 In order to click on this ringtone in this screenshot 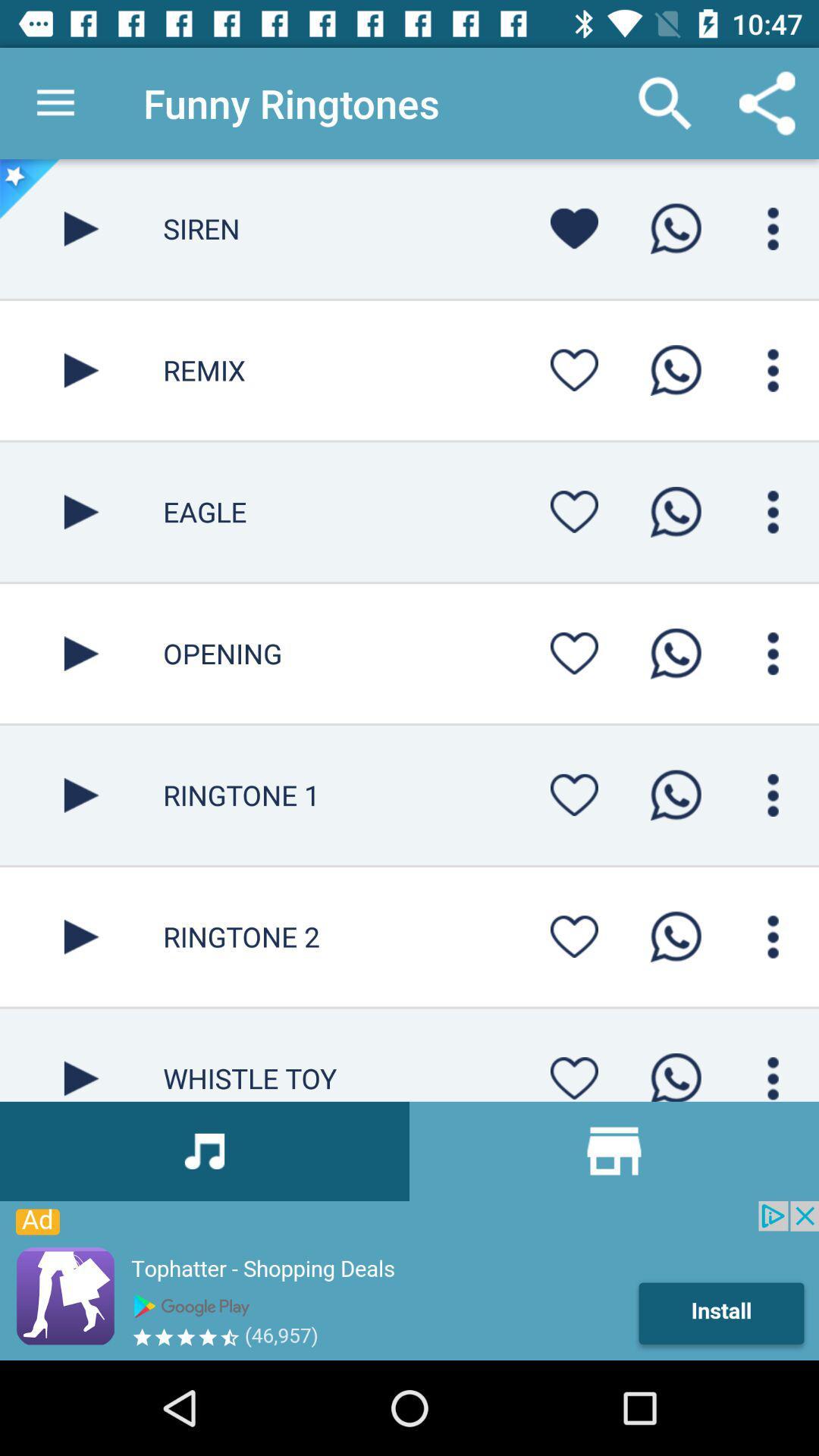, I will do `click(81, 654)`.